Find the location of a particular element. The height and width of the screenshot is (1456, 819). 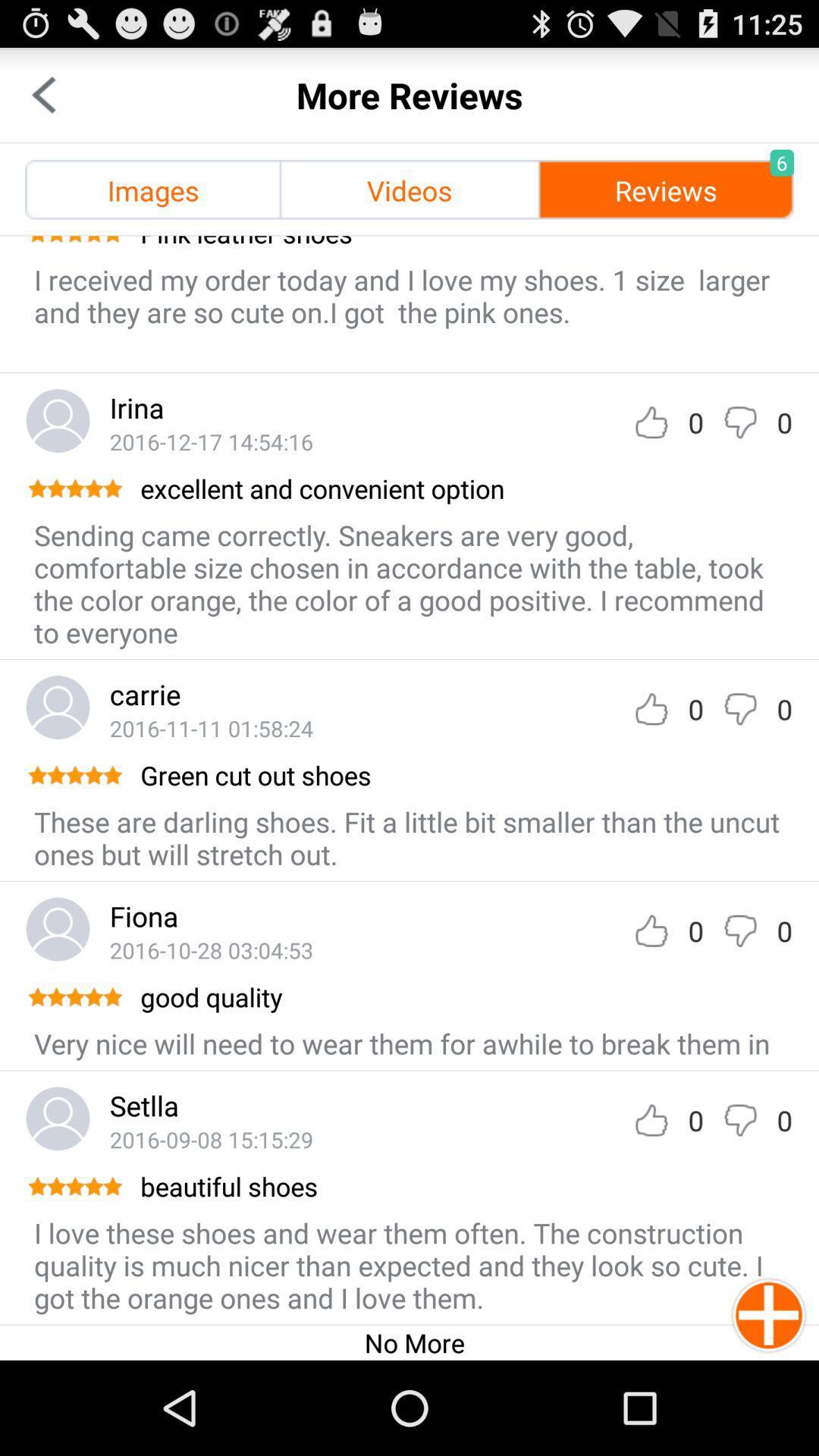

press to dislike is located at coordinates (739, 708).